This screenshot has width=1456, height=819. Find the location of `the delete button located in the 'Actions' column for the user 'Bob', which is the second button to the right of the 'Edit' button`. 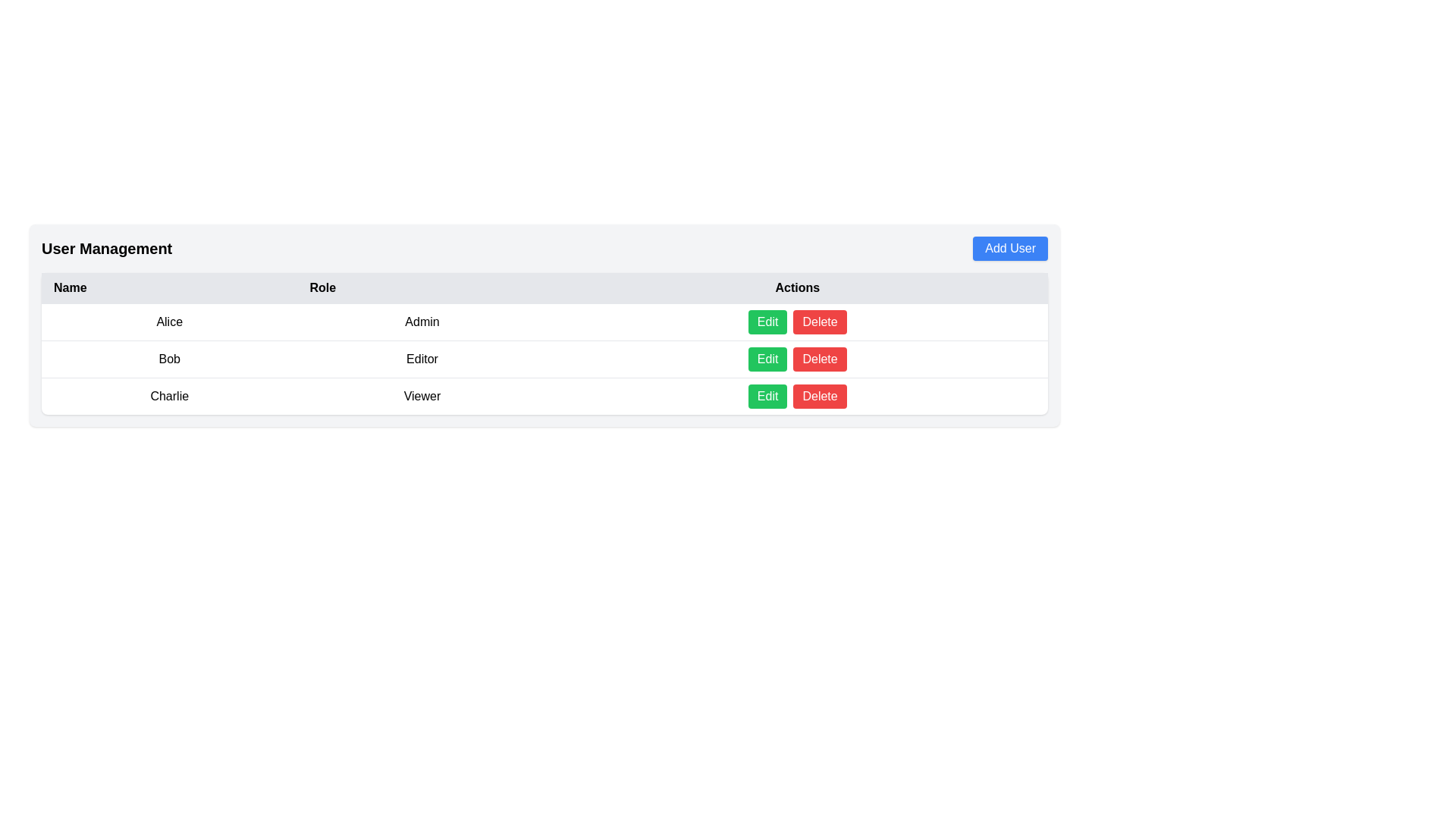

the delete button located in the 'Actions' column for the user 'Bob', which is the second button to the right of the 'Edit' button is located at coordinates (819, 359).